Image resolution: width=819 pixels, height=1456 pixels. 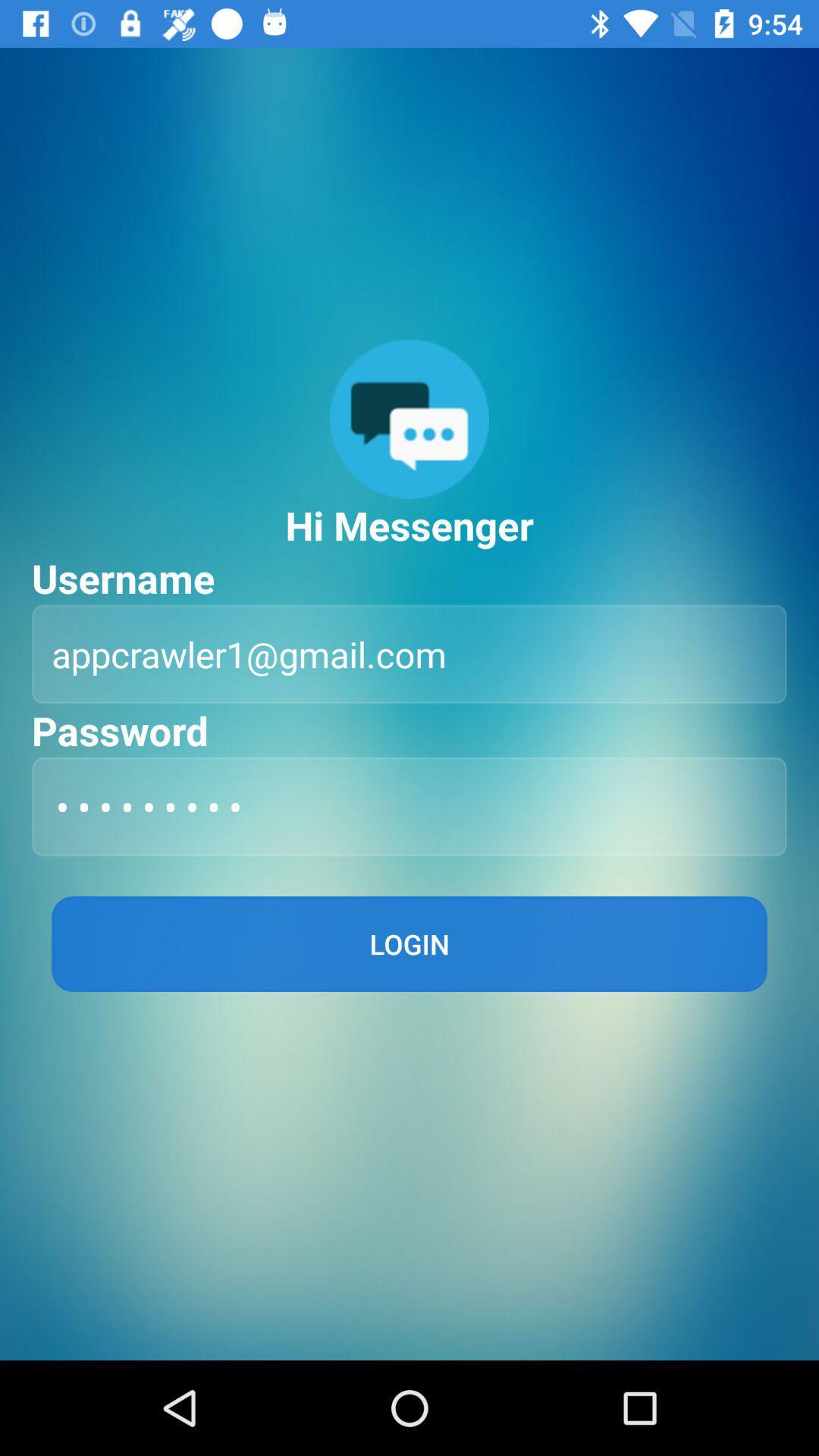 What do you see at coordinates (409, 805) in the screenshot?
I see `the icon below the password` at bounding box center [409, 805].